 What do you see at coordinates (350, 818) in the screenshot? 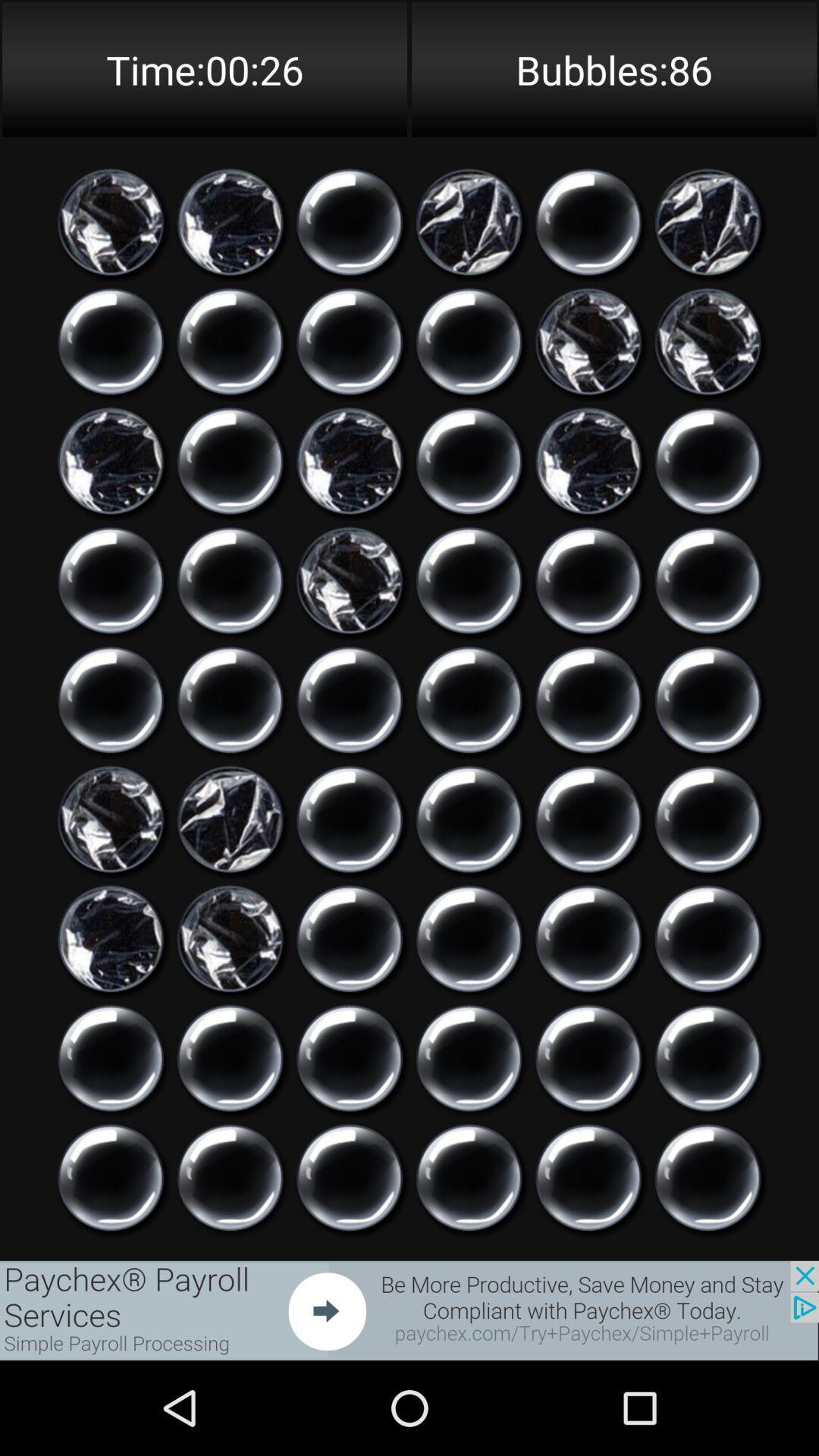
I see `click bubble` at bounding box center [350, 818].